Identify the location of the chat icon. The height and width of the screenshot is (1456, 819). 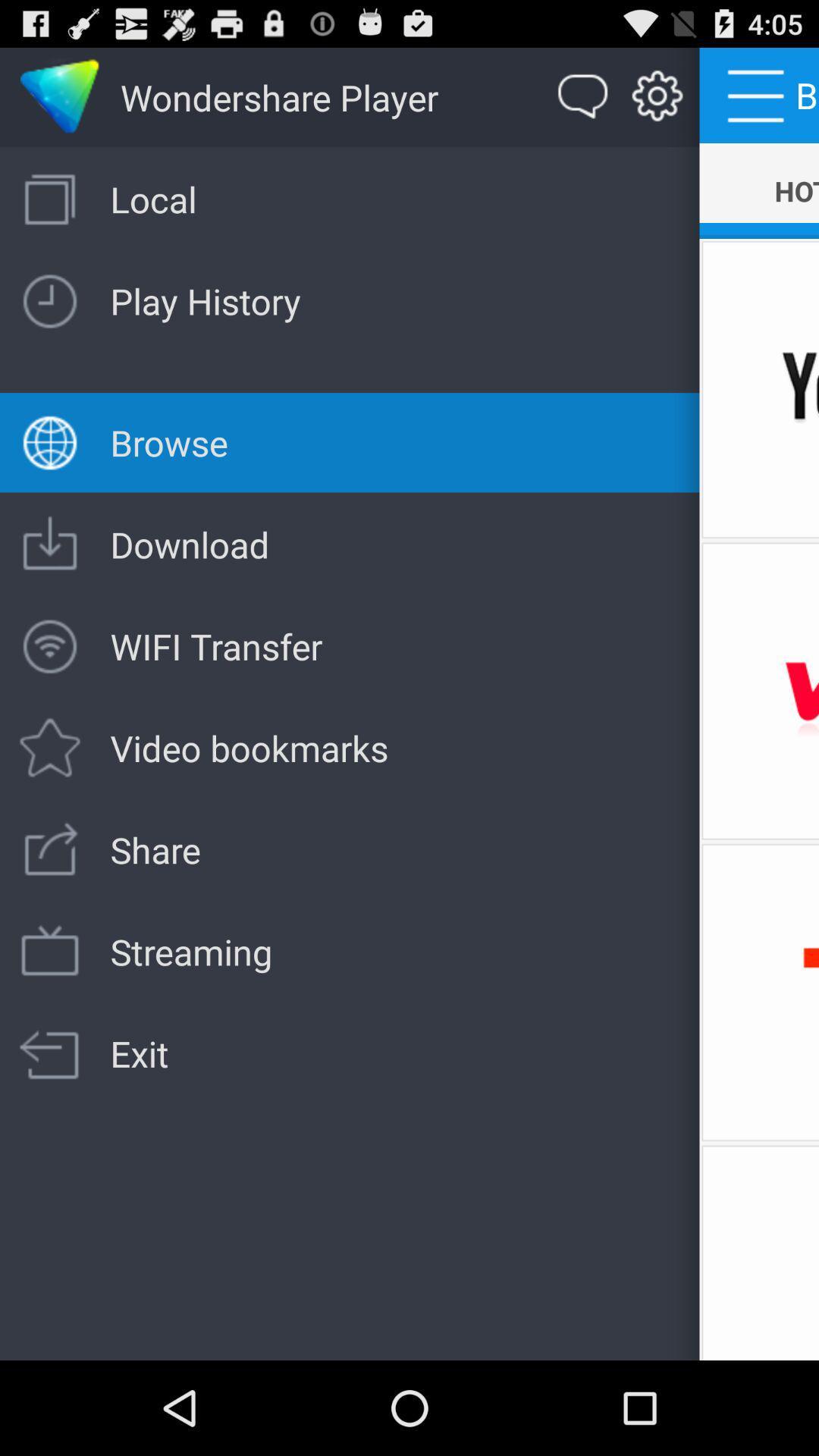
(582, 103).